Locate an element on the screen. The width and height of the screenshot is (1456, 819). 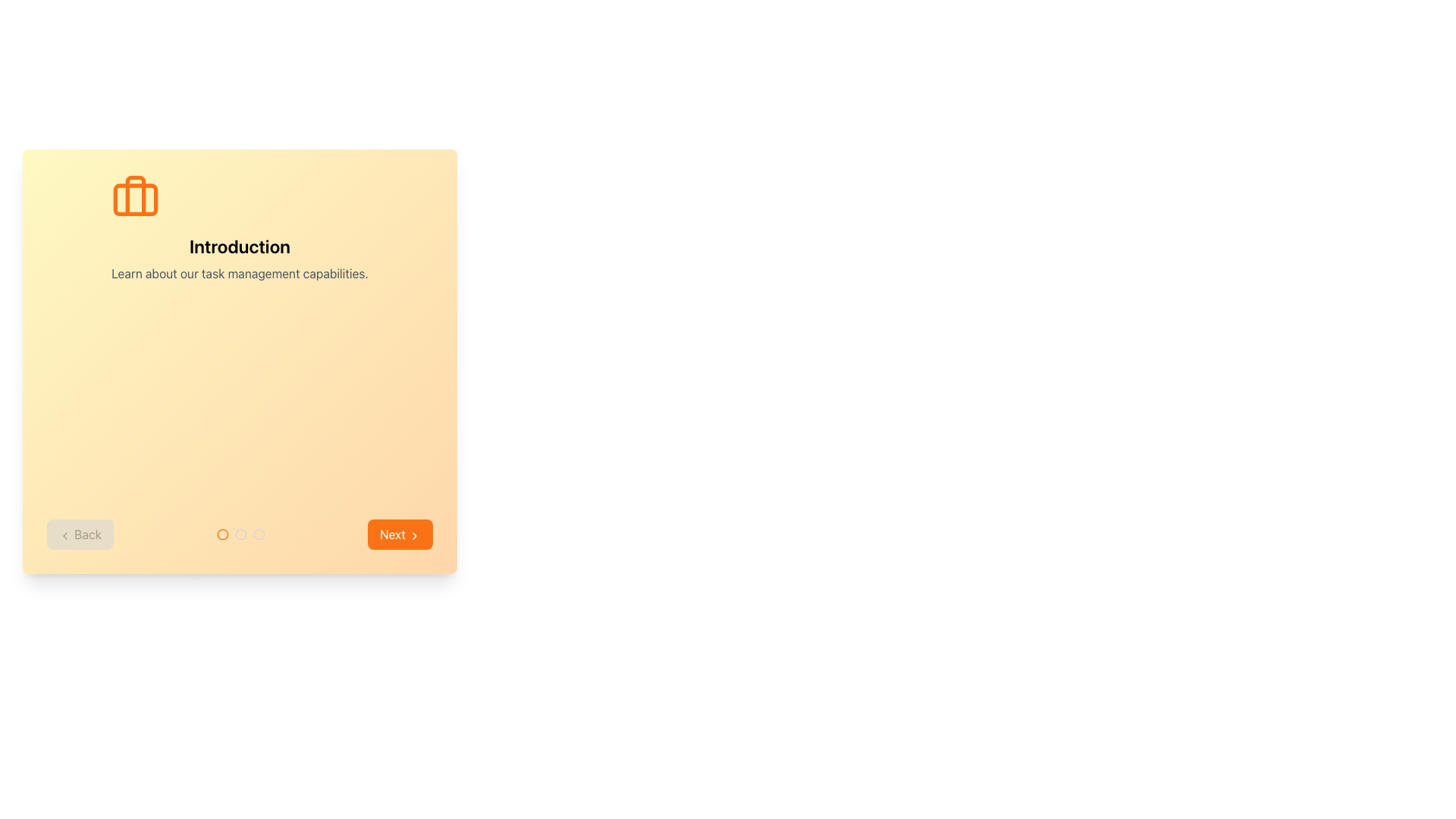
the second SVG Circle which serves as a visual indicator in the pagination or progress sequence, located above the 'Back' and 'Next' buttons is located at coordinates (259, 534).